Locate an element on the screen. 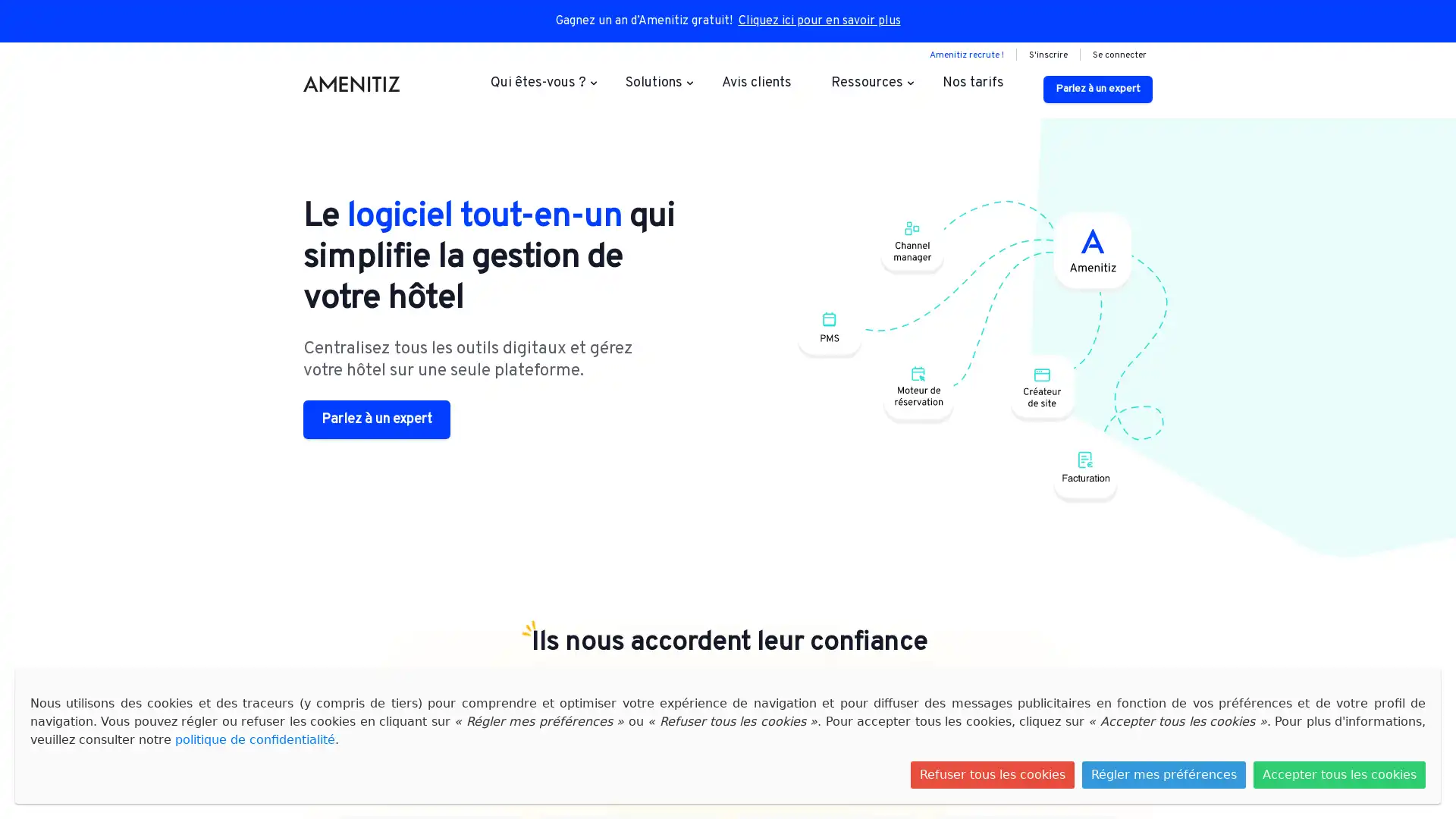 The height and width of the screenshot is (819, 1456). Refuser tous les cookies is located at coordinates (993, 775).